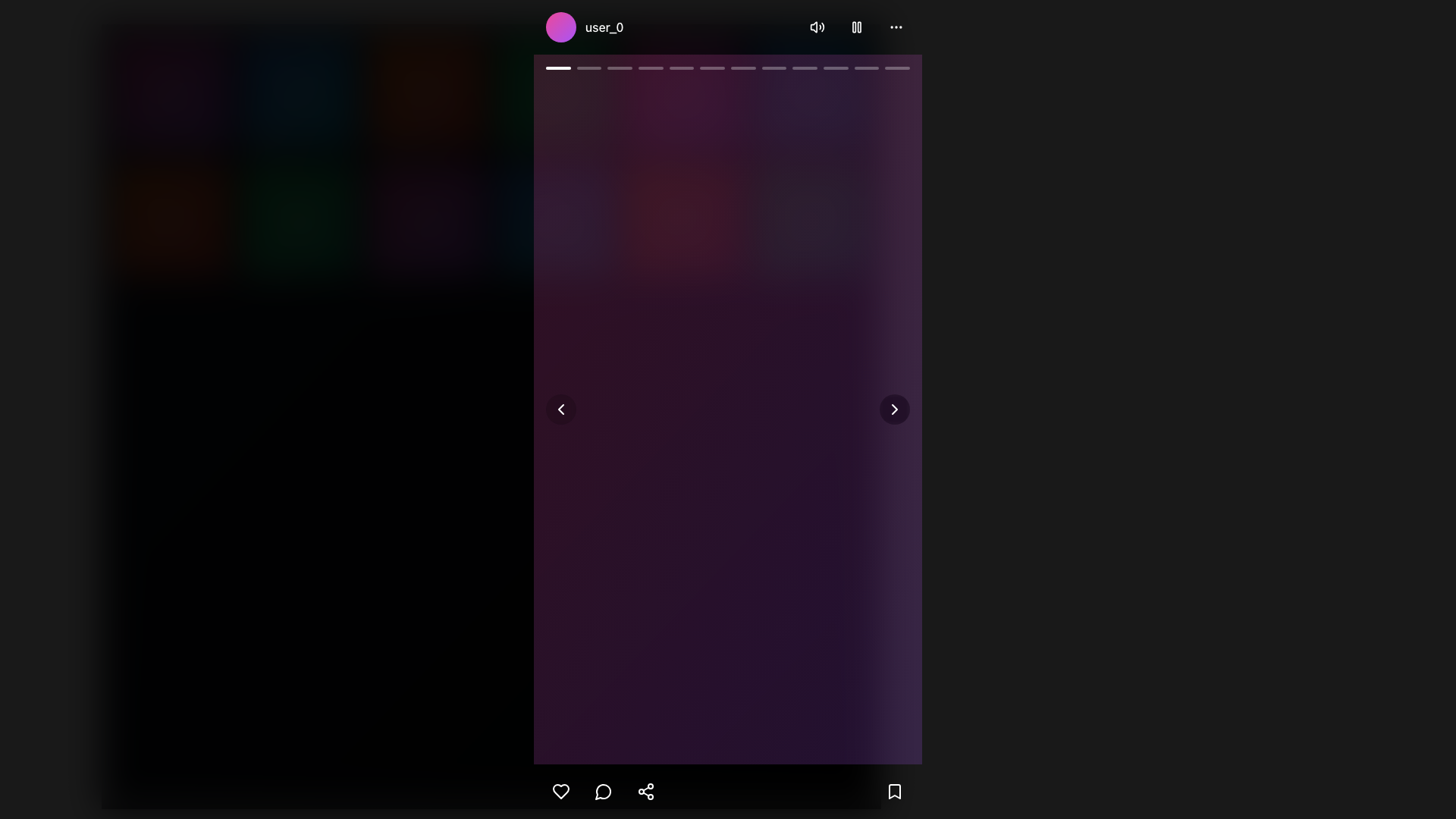 Image resolution: width=1456 pixels, height=819 pixels. What do you see at coordinates (896, 27) in the screenshot?
I see `the Ellipsis menu button located at the top right corner of the interface, which is the rightmost button in a group of three` at bounding box center [896, 27].